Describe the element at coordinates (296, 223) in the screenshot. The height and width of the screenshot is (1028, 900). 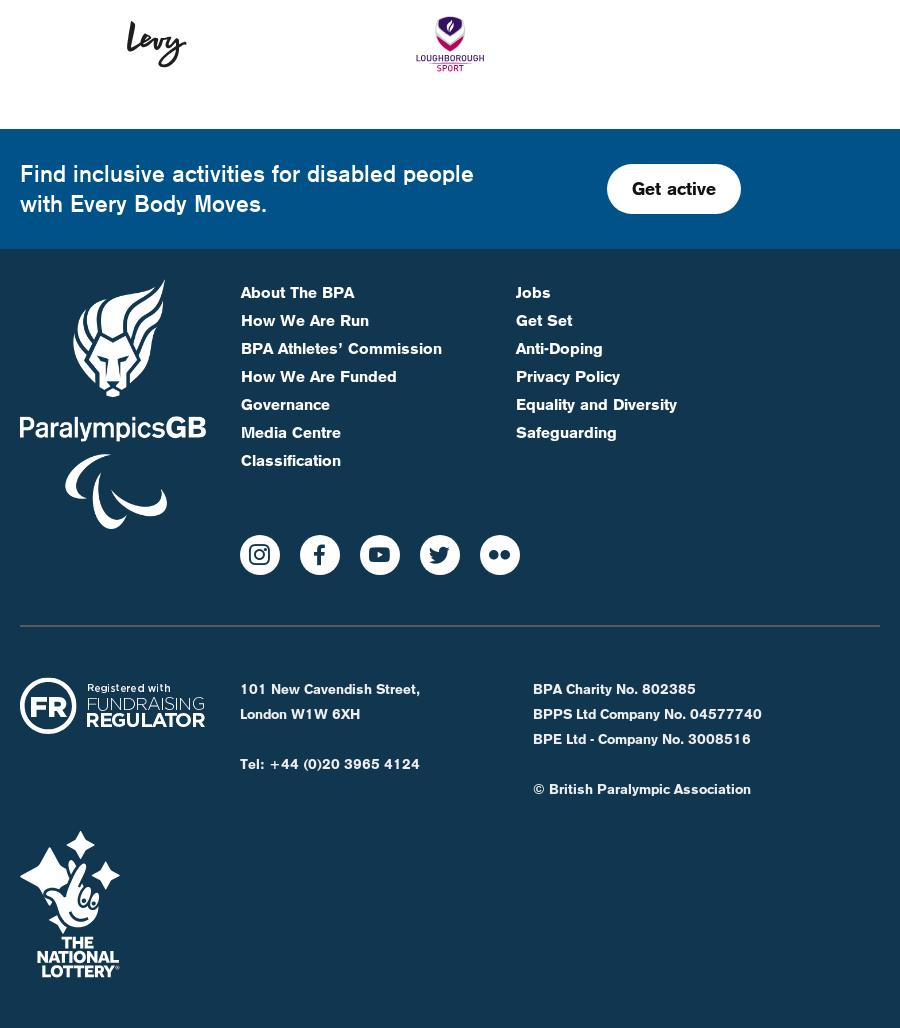
I see `'About The BPA'` at that location.